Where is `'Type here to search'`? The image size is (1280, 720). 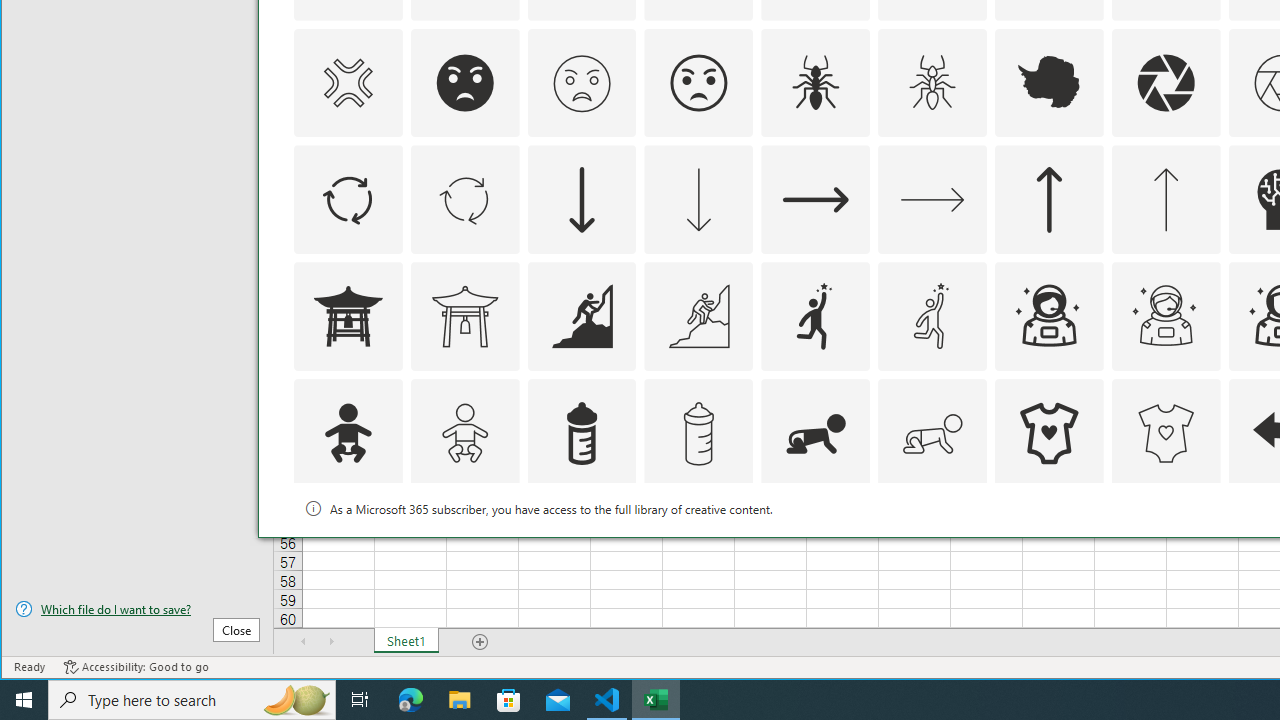
'Type here to search' is located at coordinates (192, 698).